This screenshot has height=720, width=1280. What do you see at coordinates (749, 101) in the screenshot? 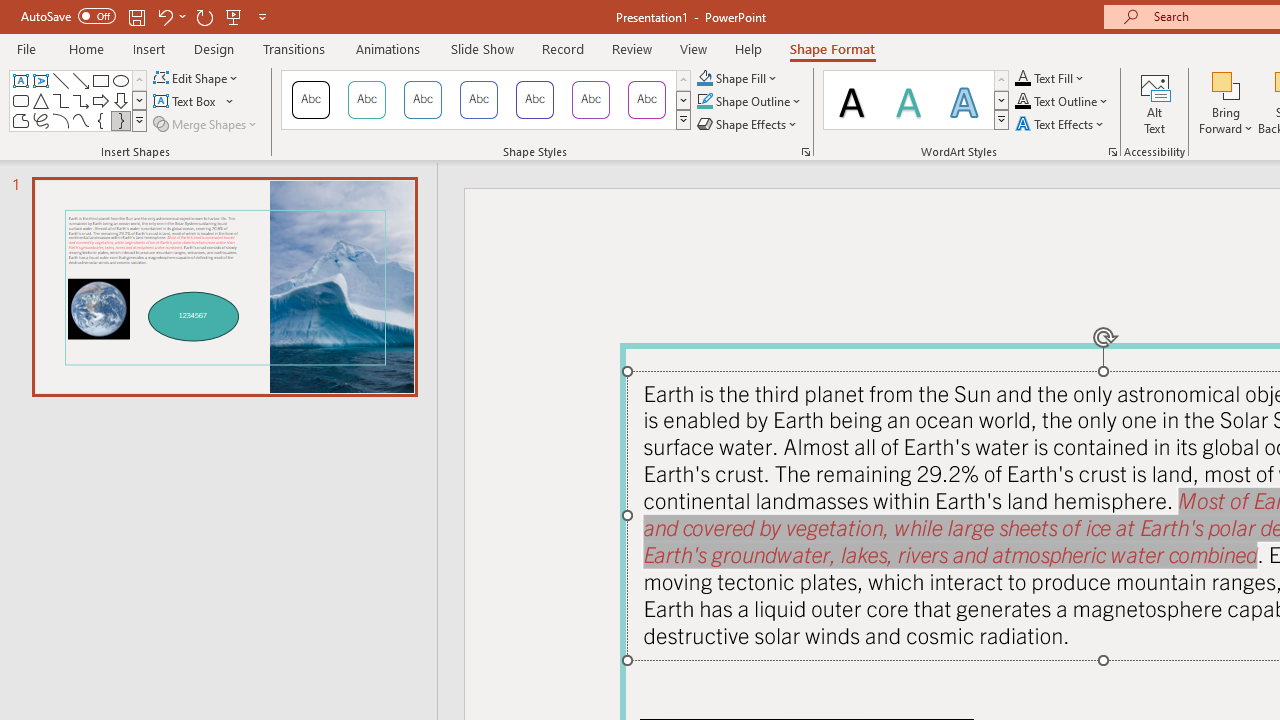
I see `'Shape Outline'` at bounding box center [749, 101].